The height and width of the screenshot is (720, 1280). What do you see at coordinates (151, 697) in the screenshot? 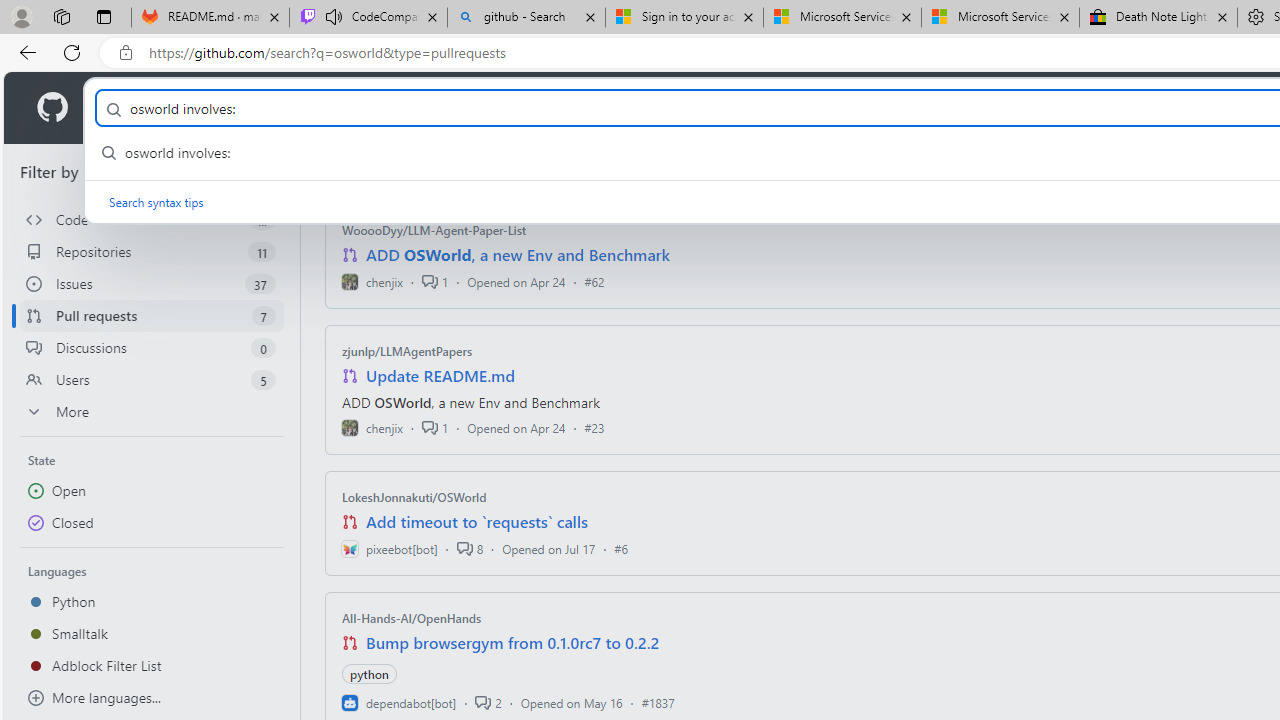
I see `'More languages...'` at bounding box center [151, 697].